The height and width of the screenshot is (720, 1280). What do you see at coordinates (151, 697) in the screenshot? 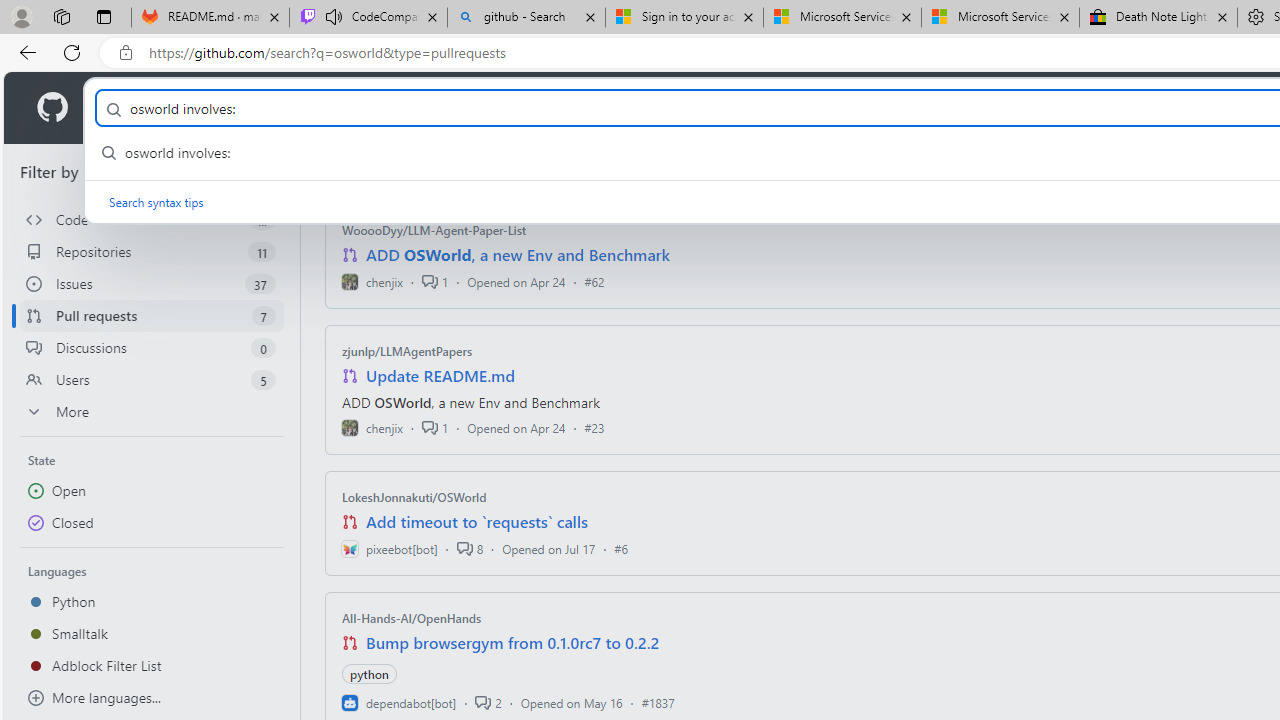
I see `'More languages...'` at bounding box center [151, 697].